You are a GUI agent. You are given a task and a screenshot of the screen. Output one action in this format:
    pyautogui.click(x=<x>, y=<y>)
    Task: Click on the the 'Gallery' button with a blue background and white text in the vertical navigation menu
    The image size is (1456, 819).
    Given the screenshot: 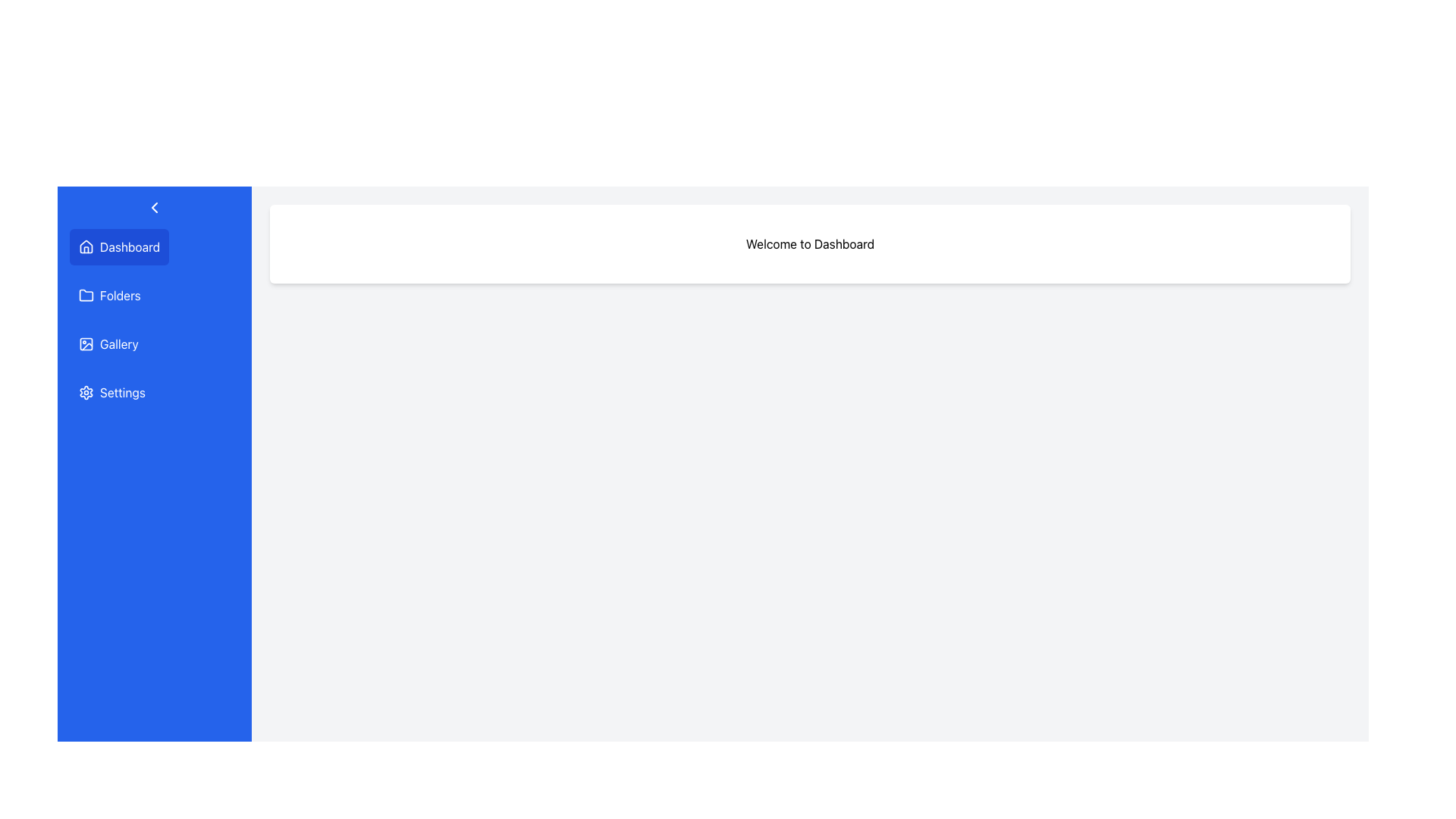 What is the action you would take?
    pyautogui.click(x=108, y=344)
    